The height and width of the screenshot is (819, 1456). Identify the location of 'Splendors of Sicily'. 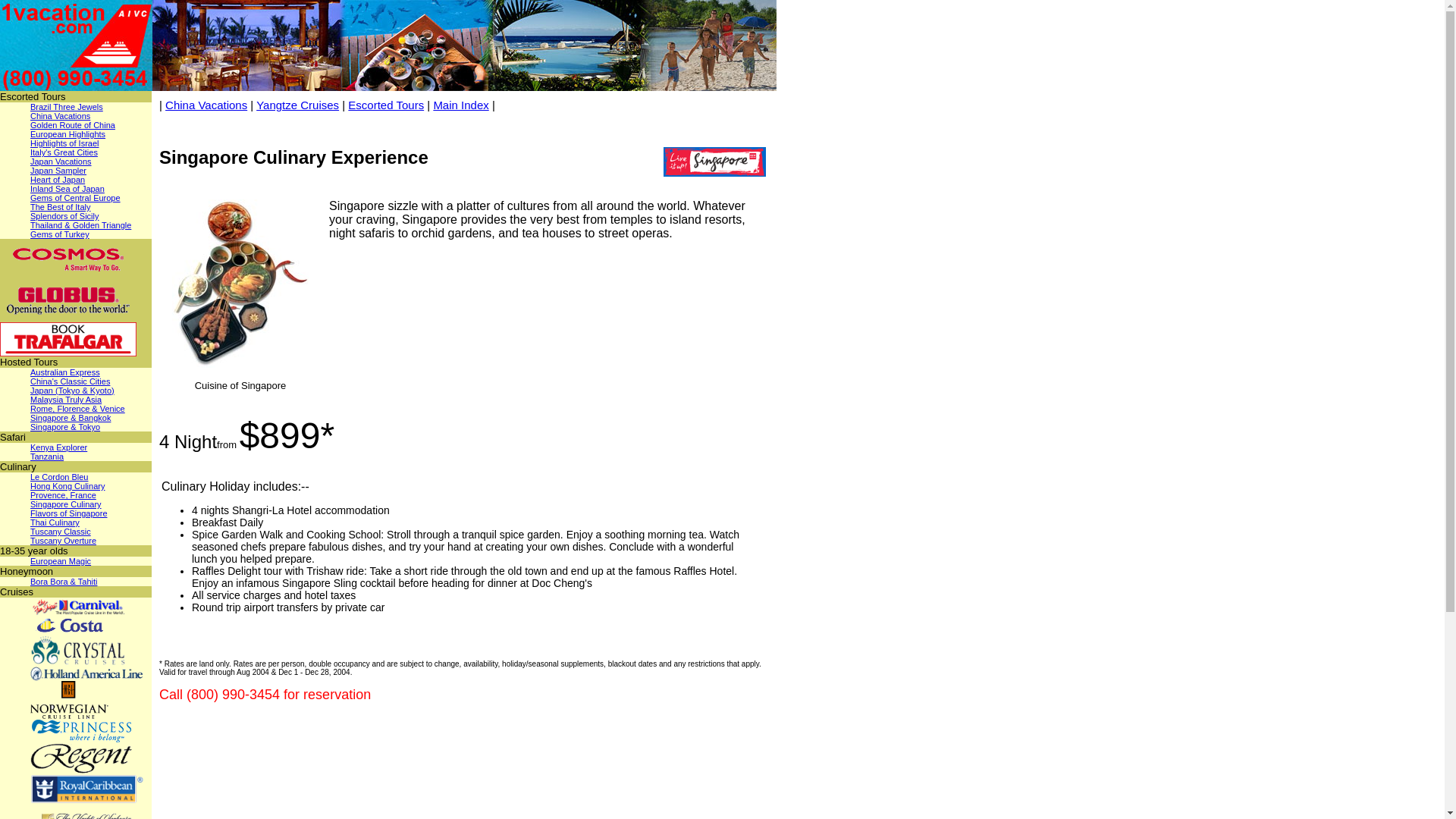
(30, 216).